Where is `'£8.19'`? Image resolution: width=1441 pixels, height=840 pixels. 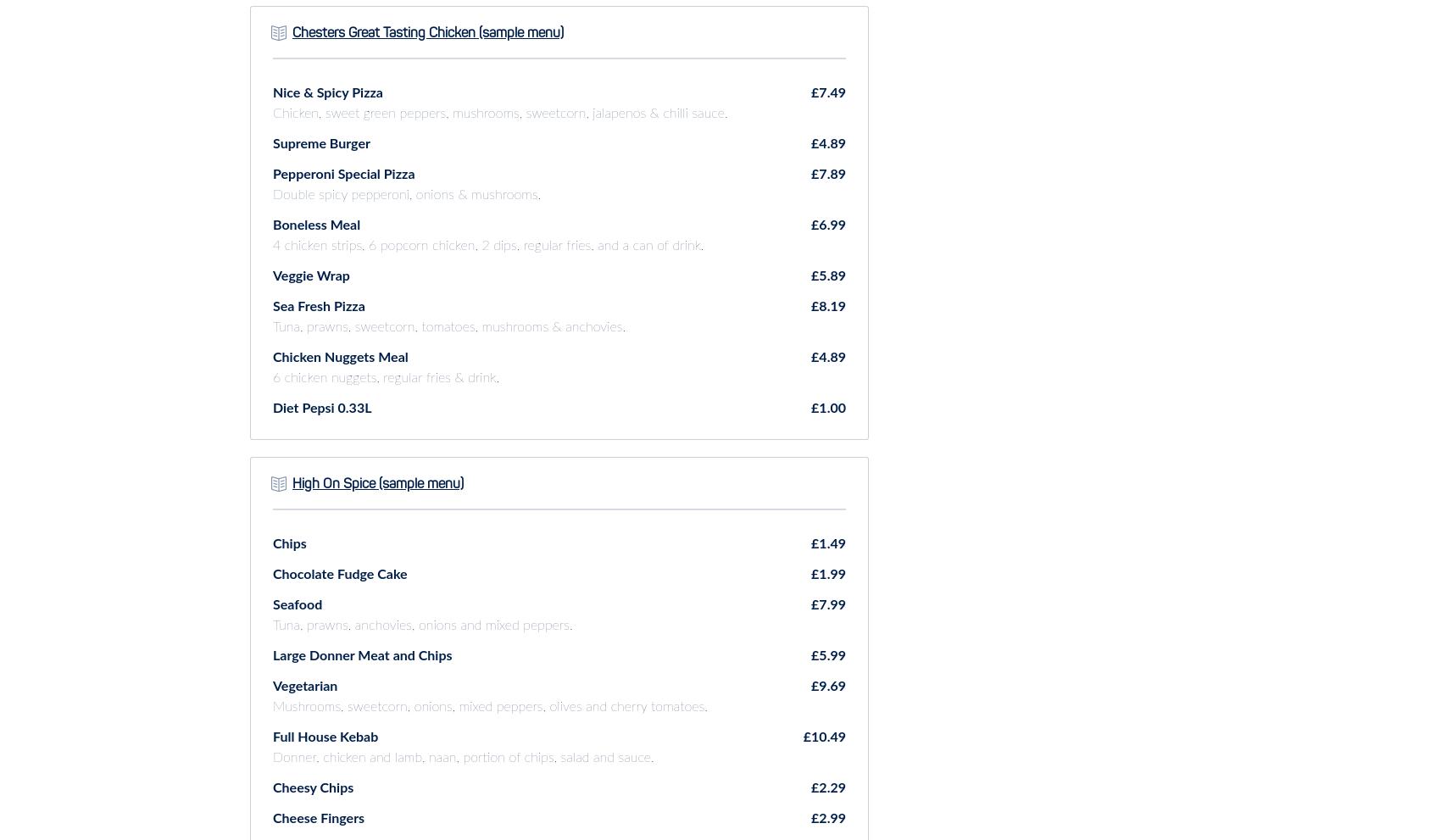
'£8.19' is located at coordinates (827, 305).